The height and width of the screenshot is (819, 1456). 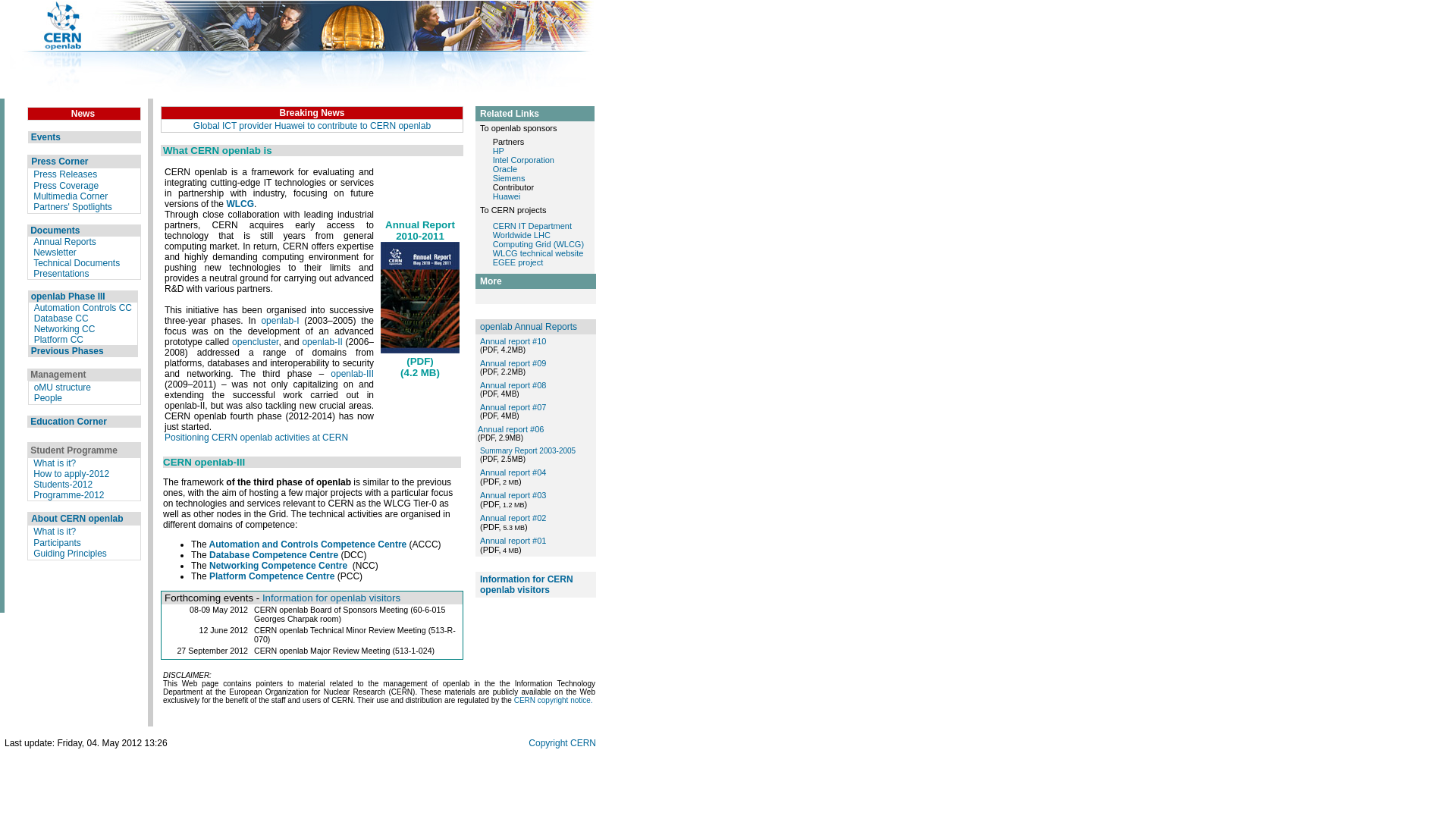 What do you see at coordinates (505, 169) in the screenshot?
I see `'Oracle'` at bounding box center [505, 169].